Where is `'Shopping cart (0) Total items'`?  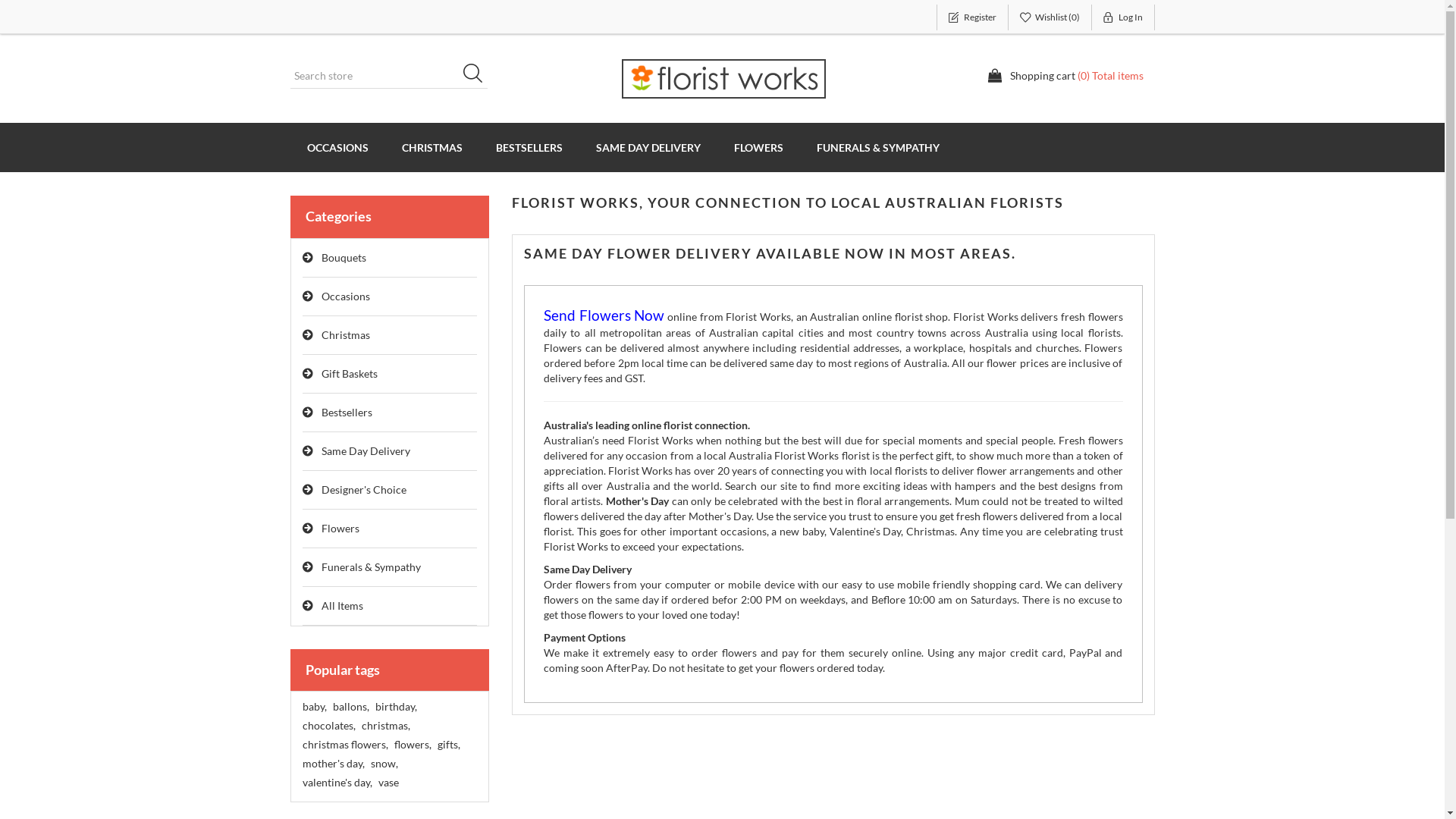 'Shopping cart (0) Total items' is located at coordinates (987, 76).